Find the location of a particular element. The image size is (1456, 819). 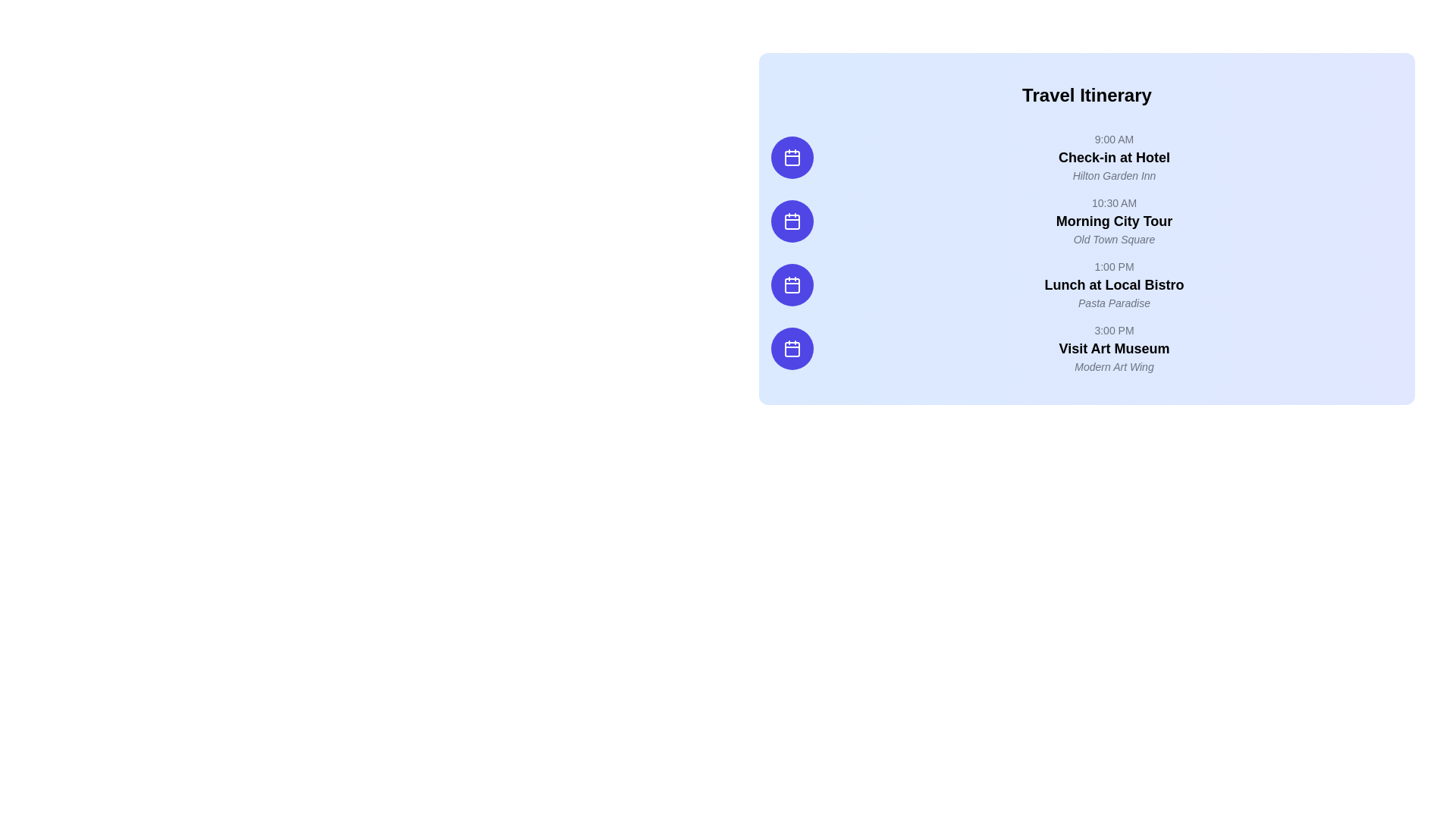

the circular blue button with a white calendar icon is located at coordinates (792, 348).